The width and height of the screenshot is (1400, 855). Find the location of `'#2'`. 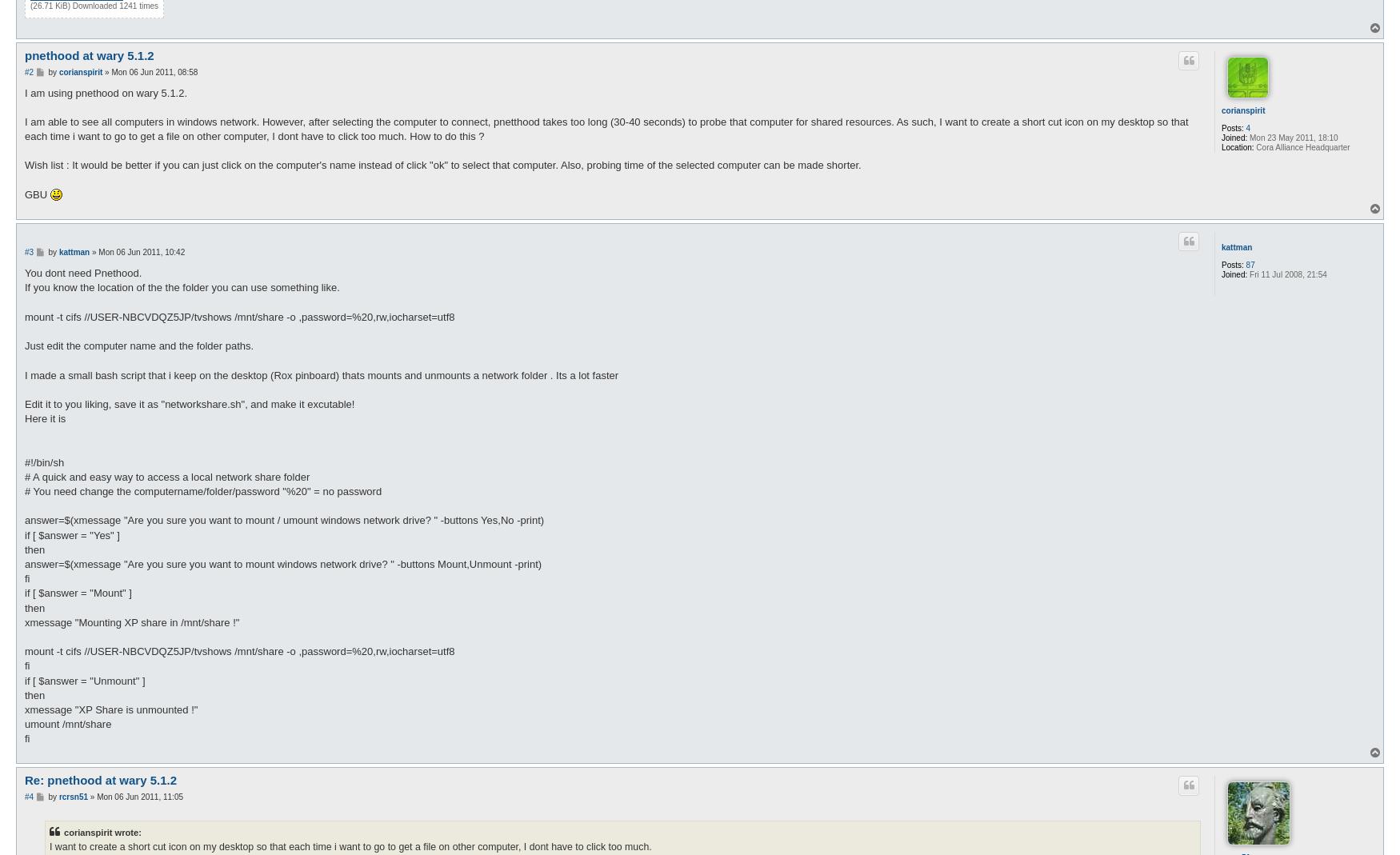

'#2' is located at coordinates (28, 70).